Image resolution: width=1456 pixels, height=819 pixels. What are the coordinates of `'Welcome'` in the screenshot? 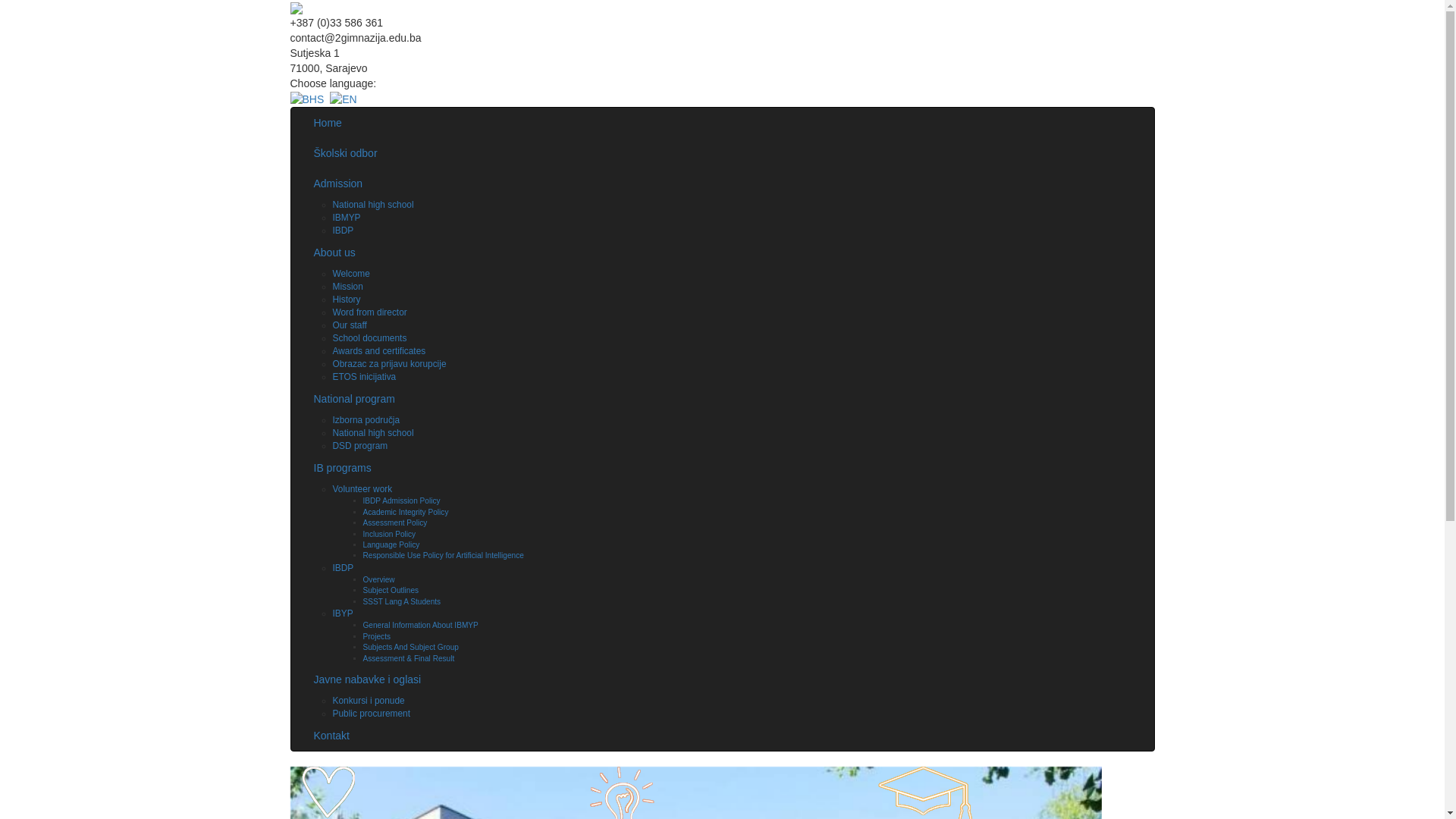 It's located at (331, 274).